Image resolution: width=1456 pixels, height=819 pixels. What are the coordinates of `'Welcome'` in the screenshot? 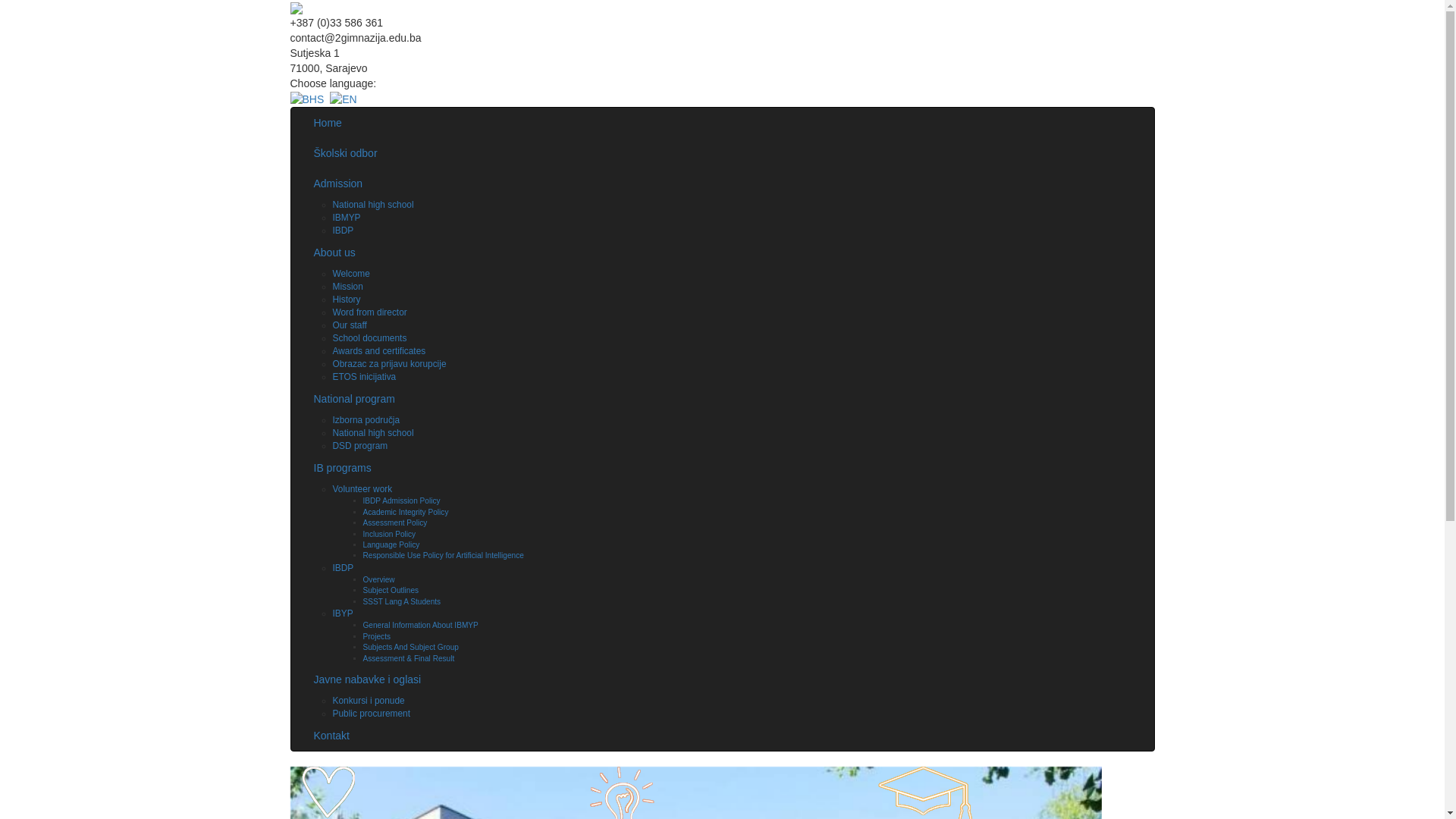 It's located at (331, 274).